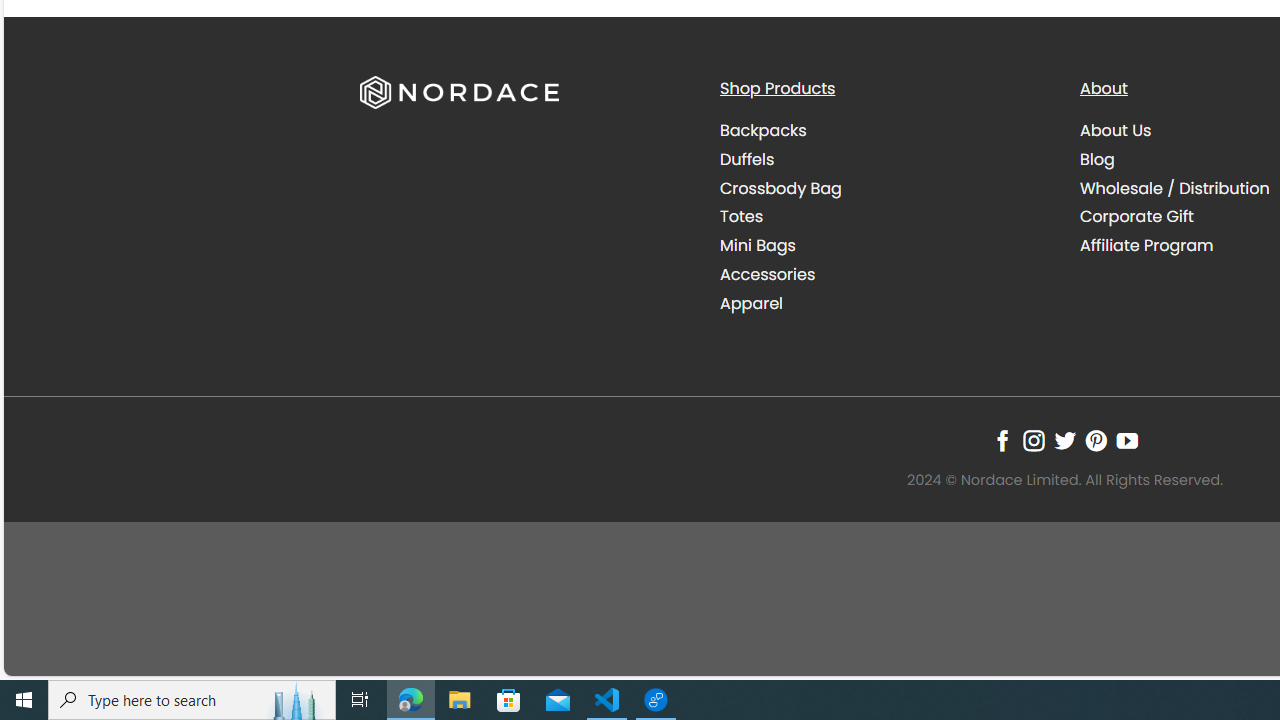 This screenshot has height=720, width=1280. What do you see at coordinates (1115, 131) in the screenshot?
I see `'About Us'` at bounding box center [1115, 131].